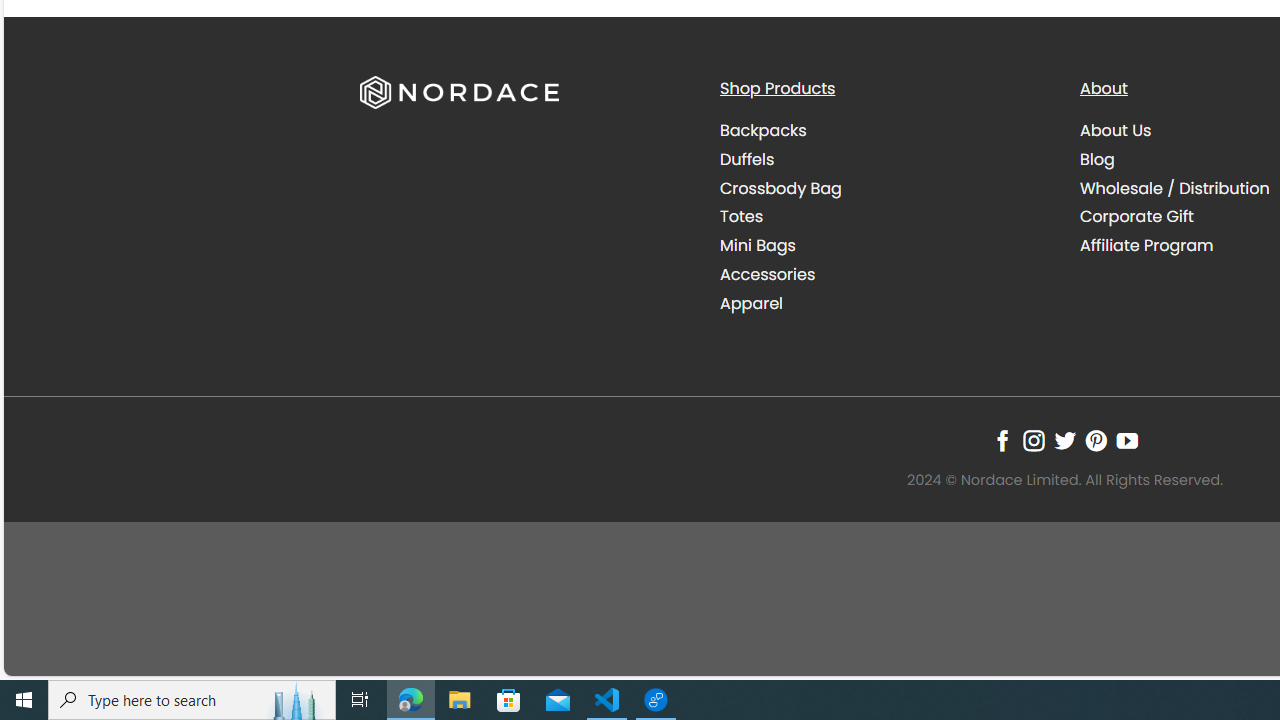 This screenshot has height=720, width=1280. What do you see at coordinates (1115, 131) in the screenshot?
I see `'About Us'` at bounding box center [1115, 131].